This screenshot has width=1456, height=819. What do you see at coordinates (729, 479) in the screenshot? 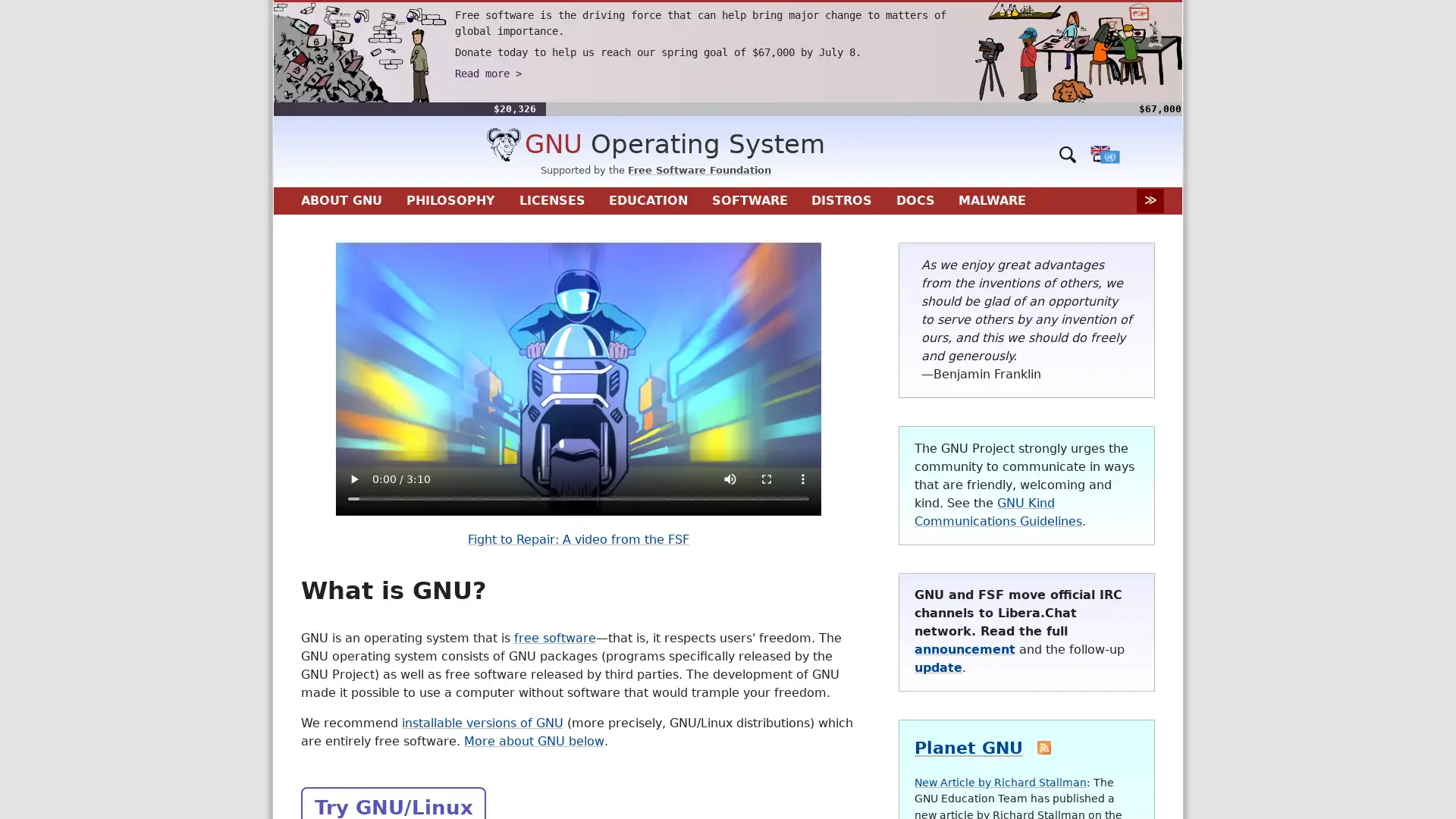
I see `mute` at bounding box center [729, 479].